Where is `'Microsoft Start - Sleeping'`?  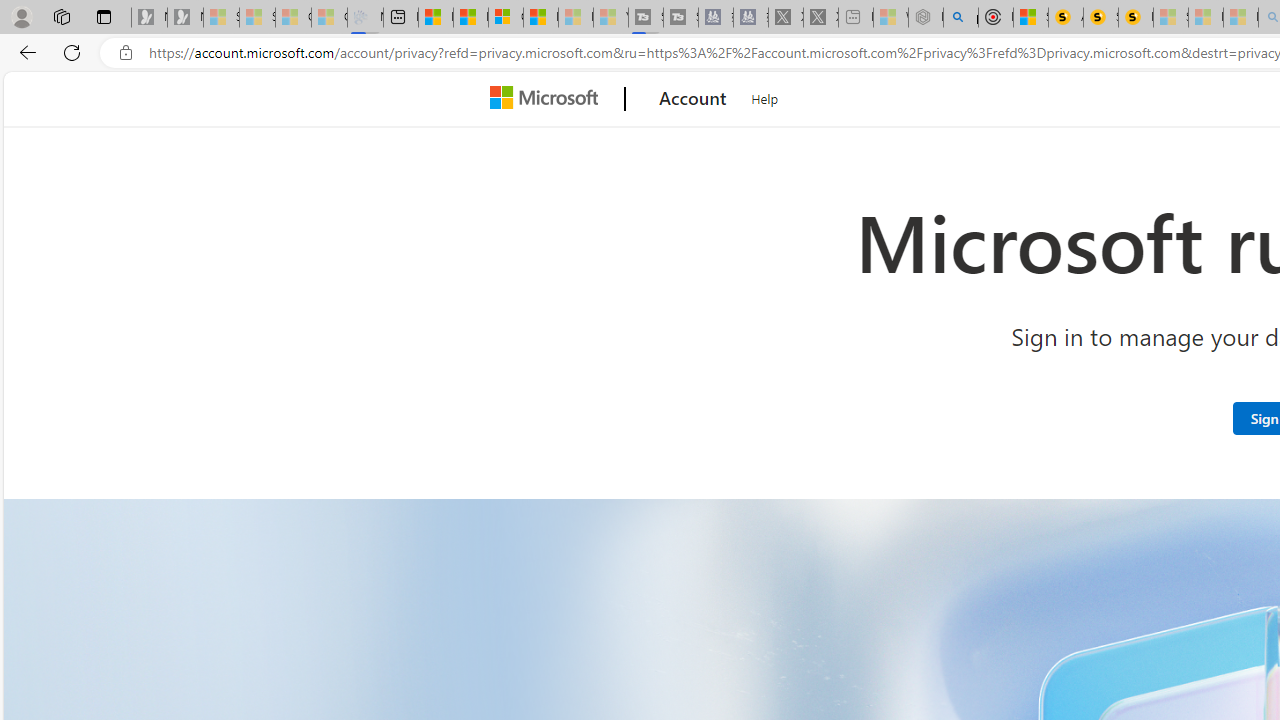 'Microsoft Start - Sleeping' is located at coordinates (575, 17).